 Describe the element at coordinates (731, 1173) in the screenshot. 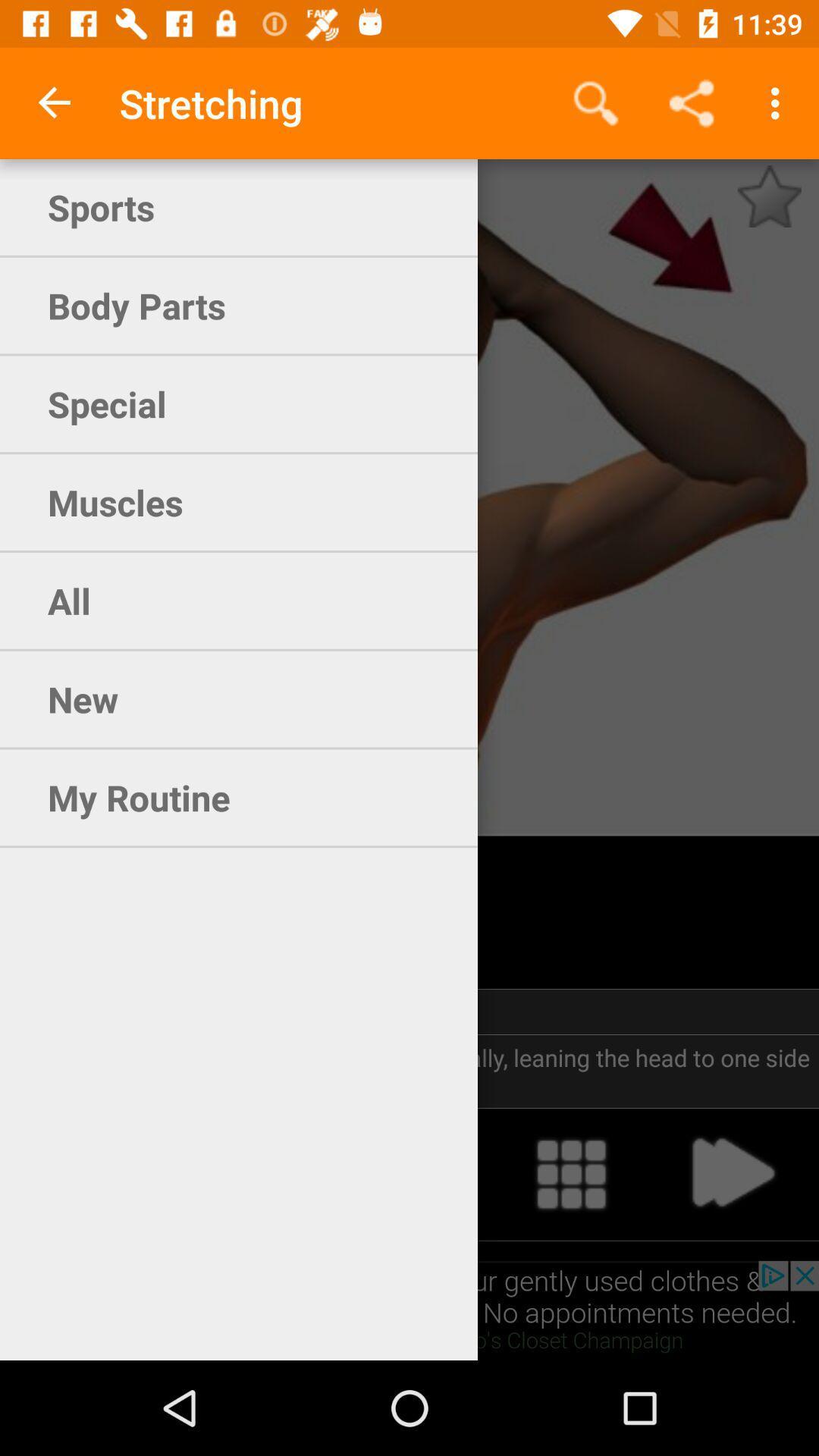

I see `the arrow_forward icon` at that location.